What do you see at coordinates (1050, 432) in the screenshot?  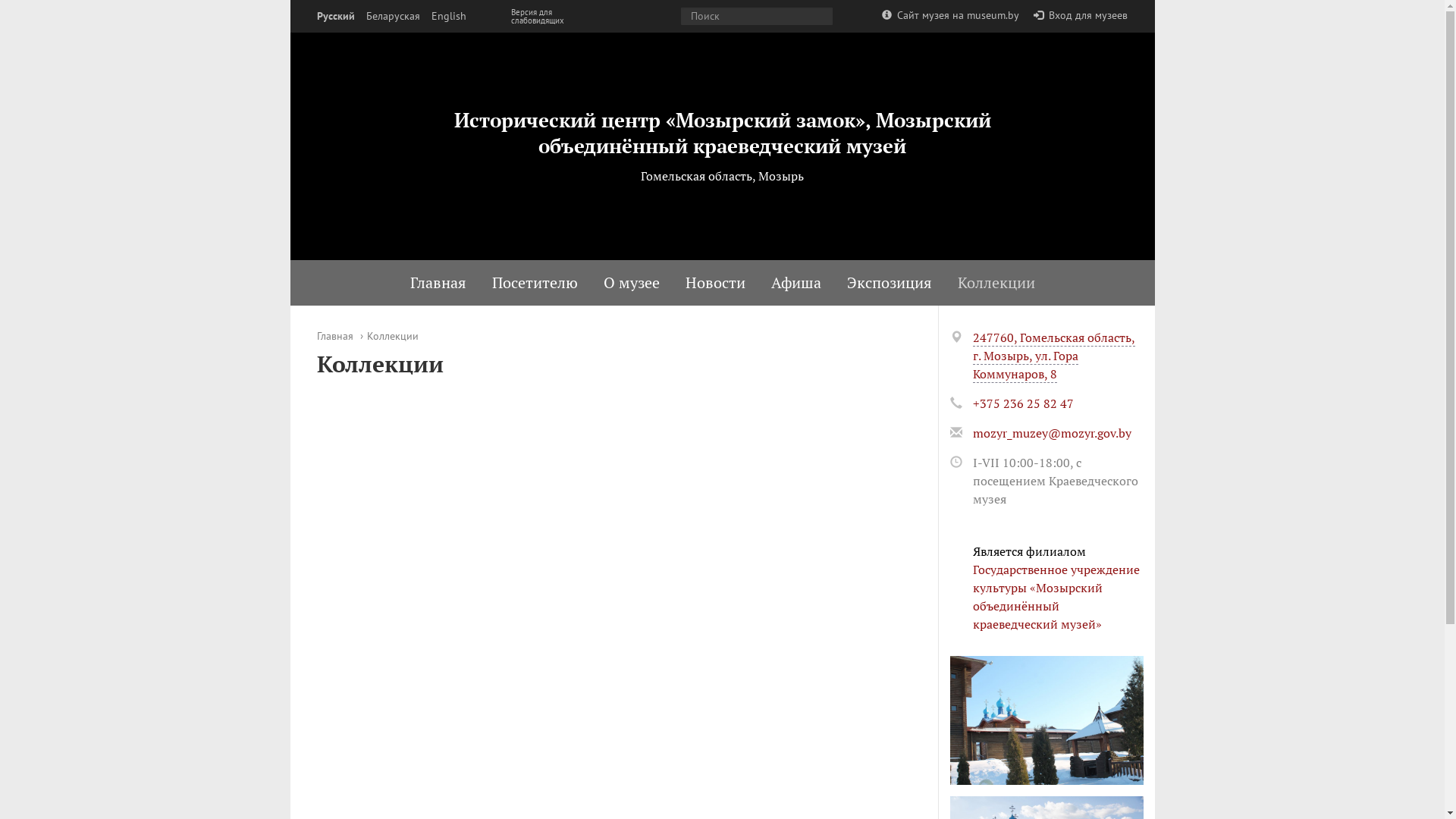 I see `'mozyr_muzey@mozyr.gov.by'` at bounding box center [1050, 432].